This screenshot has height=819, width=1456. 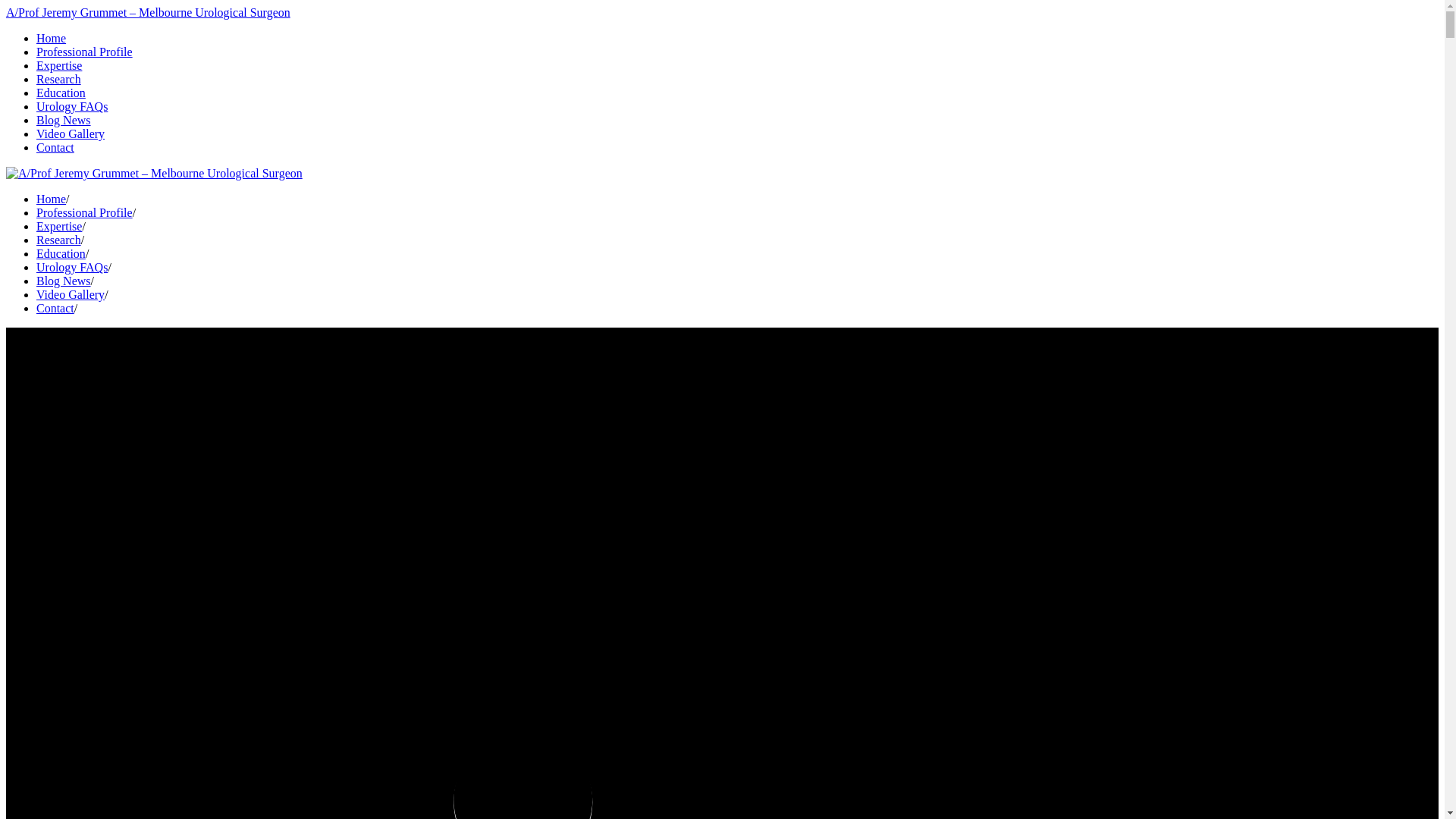 What do you see at coordinates (69, 294) in the screenshot?
I see `'Video Gallery'` at bounding box center [69, 294].